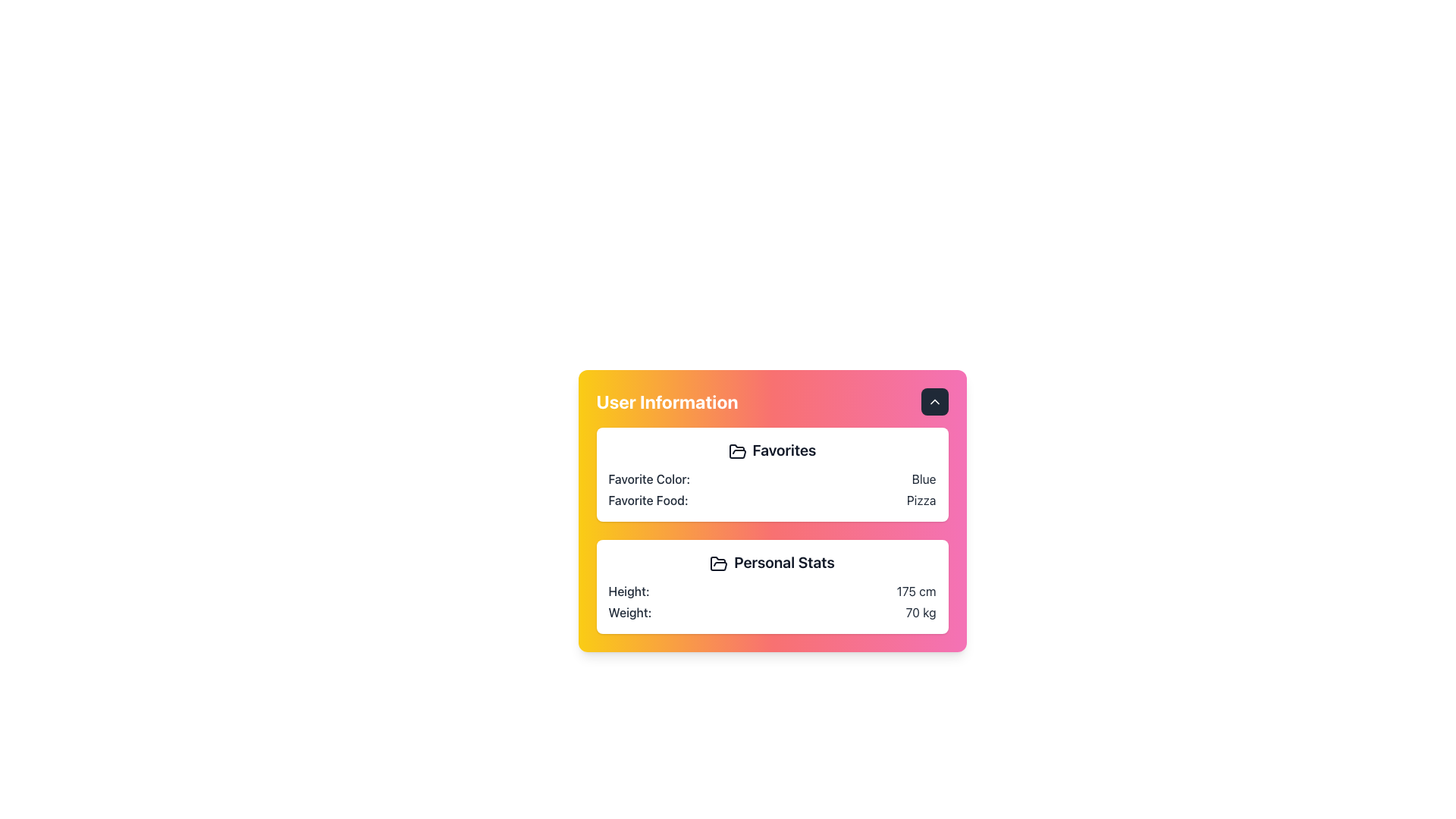  What do you see at coordinates (649, 479) in the screenshot?
I see `the 'Favorite Color:' label located in the 'Favorites' section of the user profile card` at bounding box center [649, 479].